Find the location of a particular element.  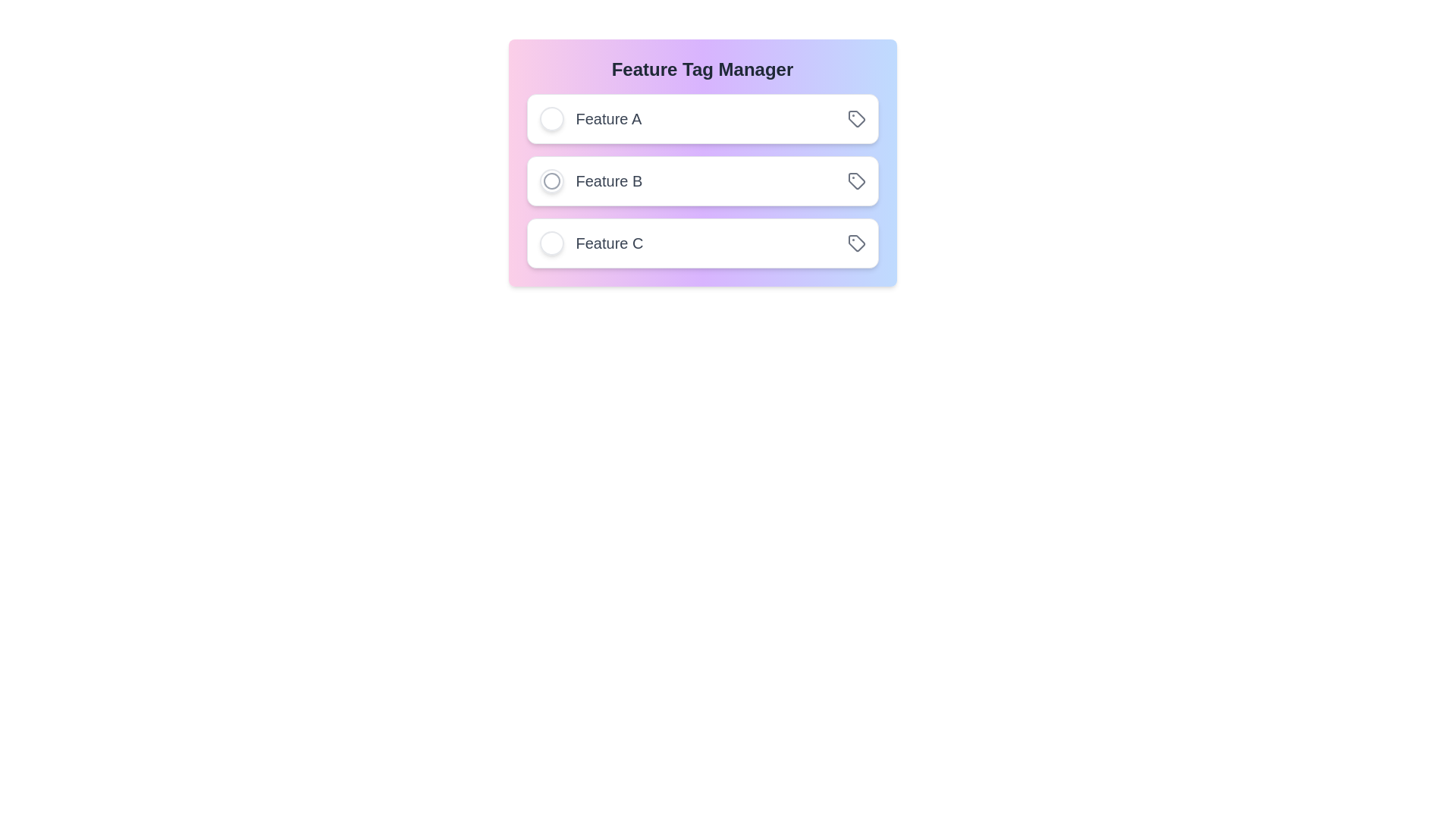

the tag-shaped icon next to the label 'Feature A' is located at coordinates (856, 118).